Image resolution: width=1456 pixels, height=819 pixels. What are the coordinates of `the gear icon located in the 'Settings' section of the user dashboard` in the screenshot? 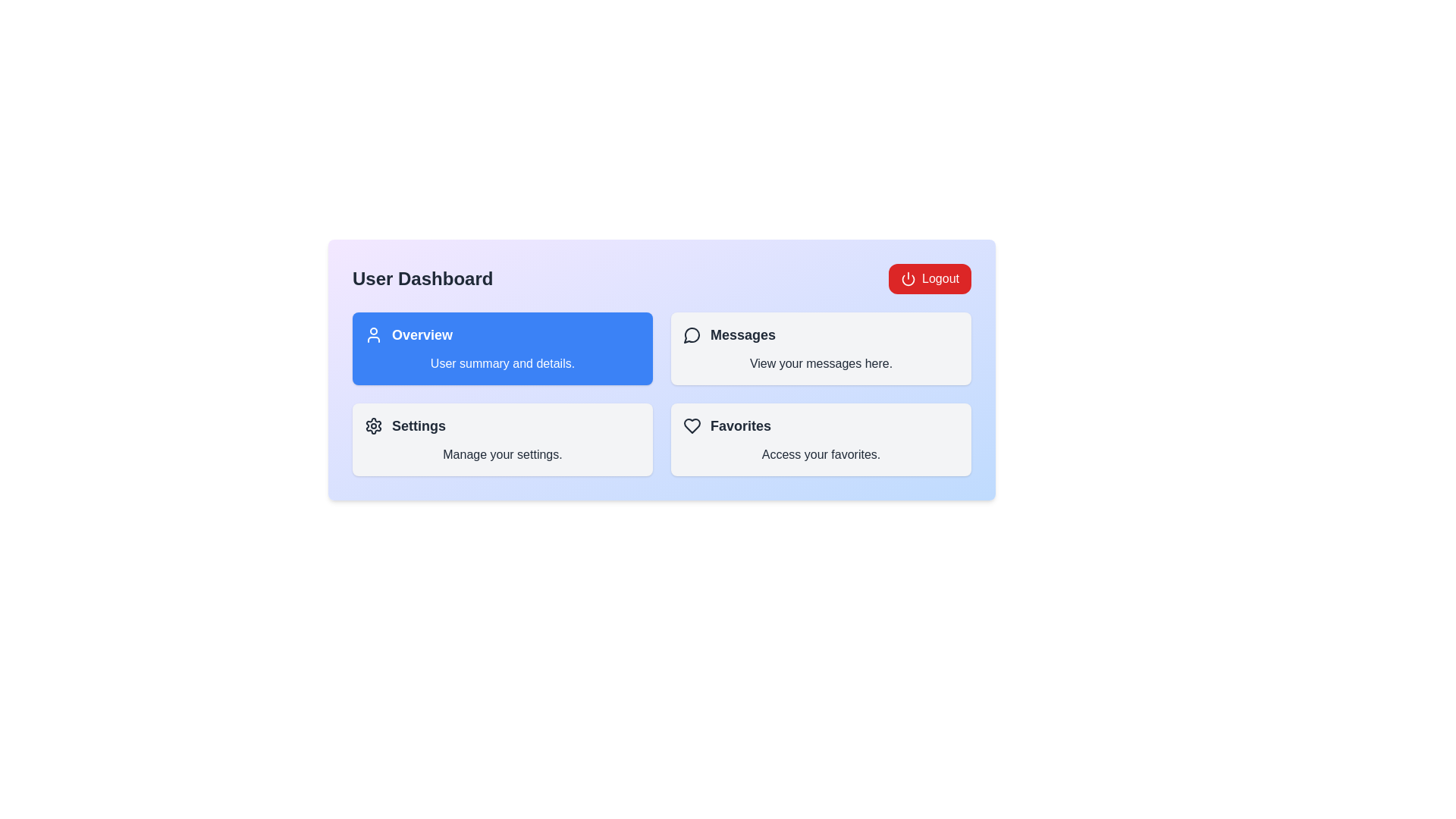 It's located at (374, 426).